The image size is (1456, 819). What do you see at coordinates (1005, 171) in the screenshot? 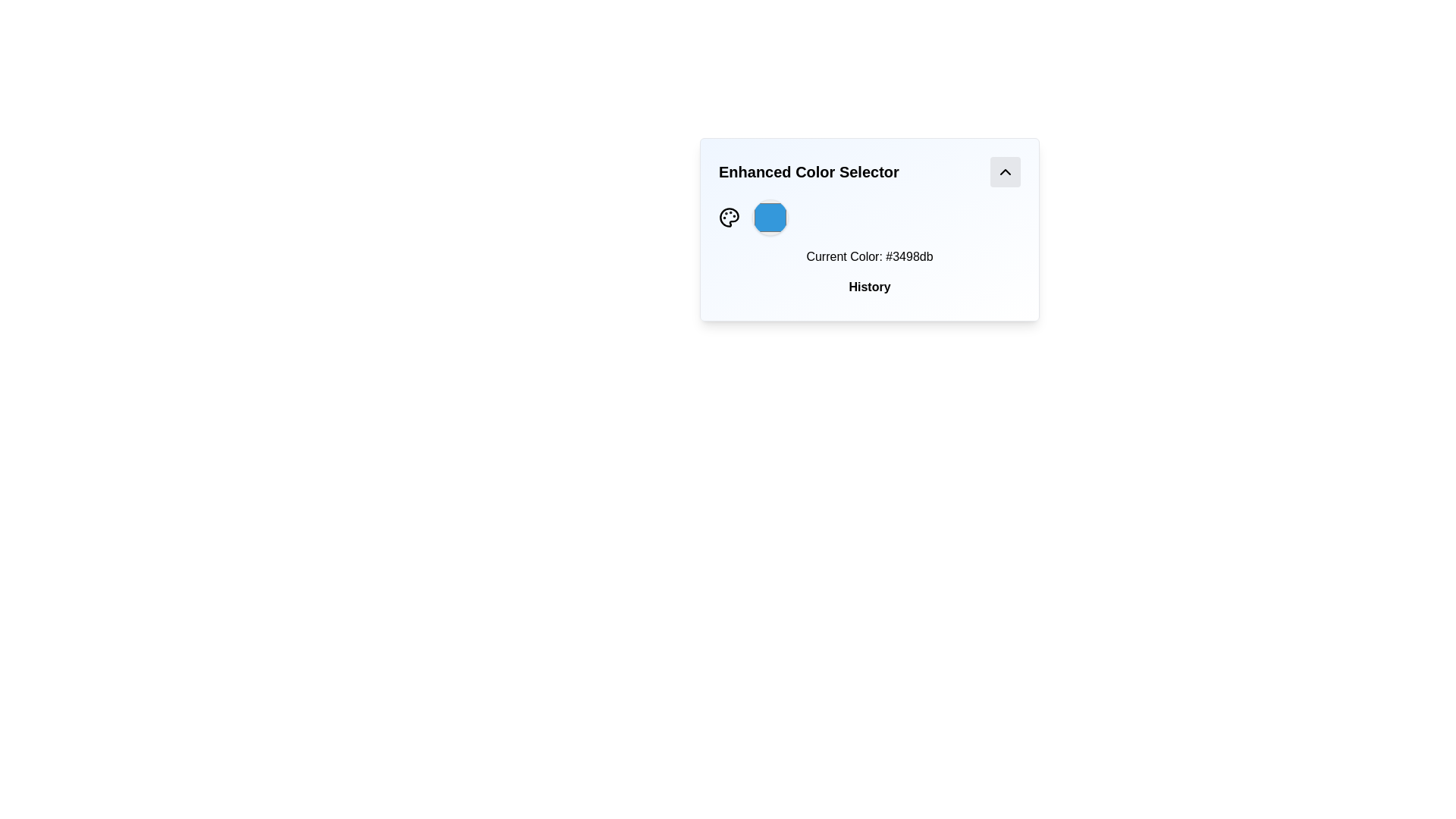
I see `the square button with a light gray background and an upward-pointing chevron icon located at the top-right corner of the 'Enhanced Color Selector' card` at bounding box center [1005, 171].